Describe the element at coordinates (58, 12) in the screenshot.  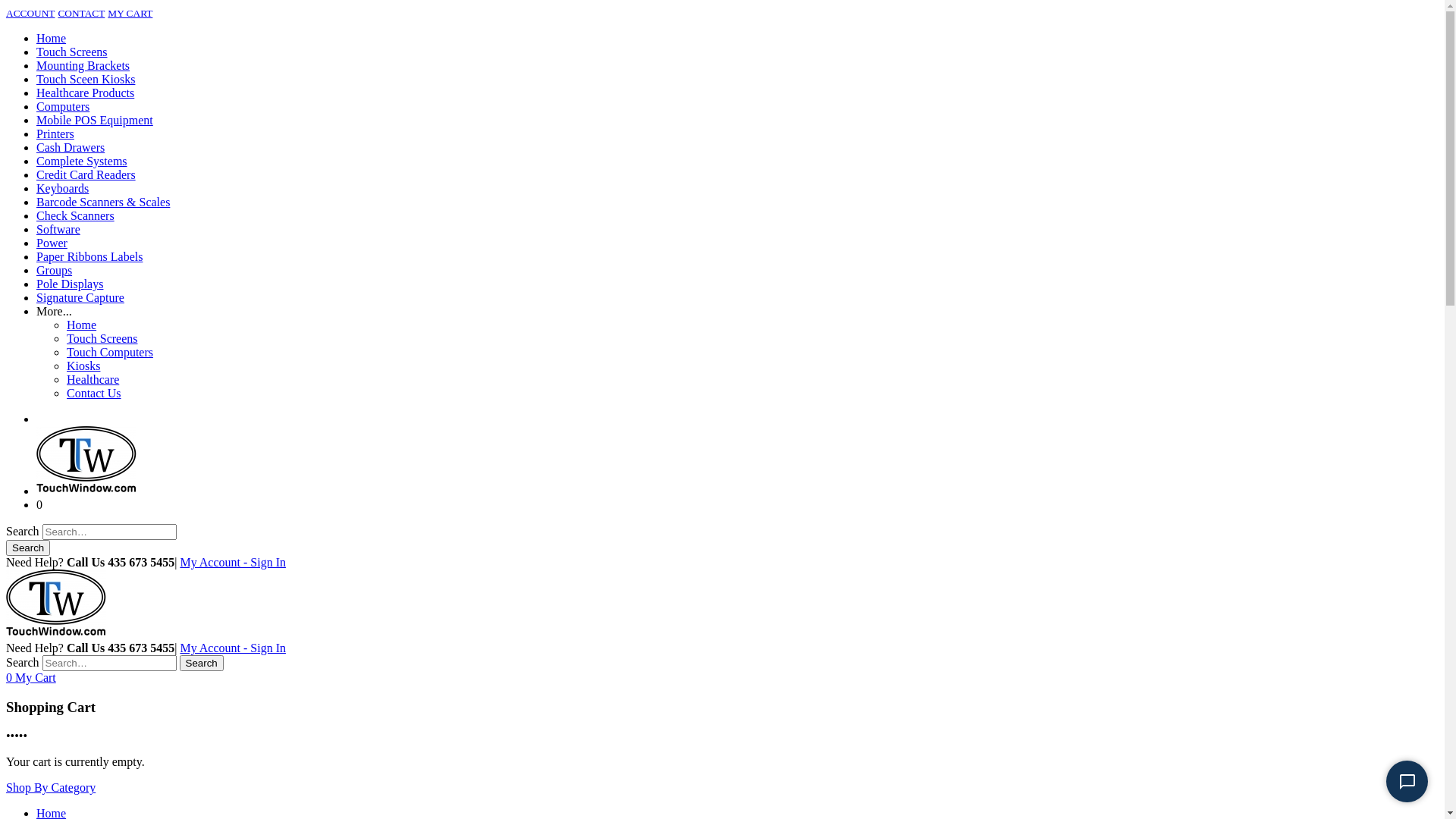
I see `'CONTACT'` at that location.